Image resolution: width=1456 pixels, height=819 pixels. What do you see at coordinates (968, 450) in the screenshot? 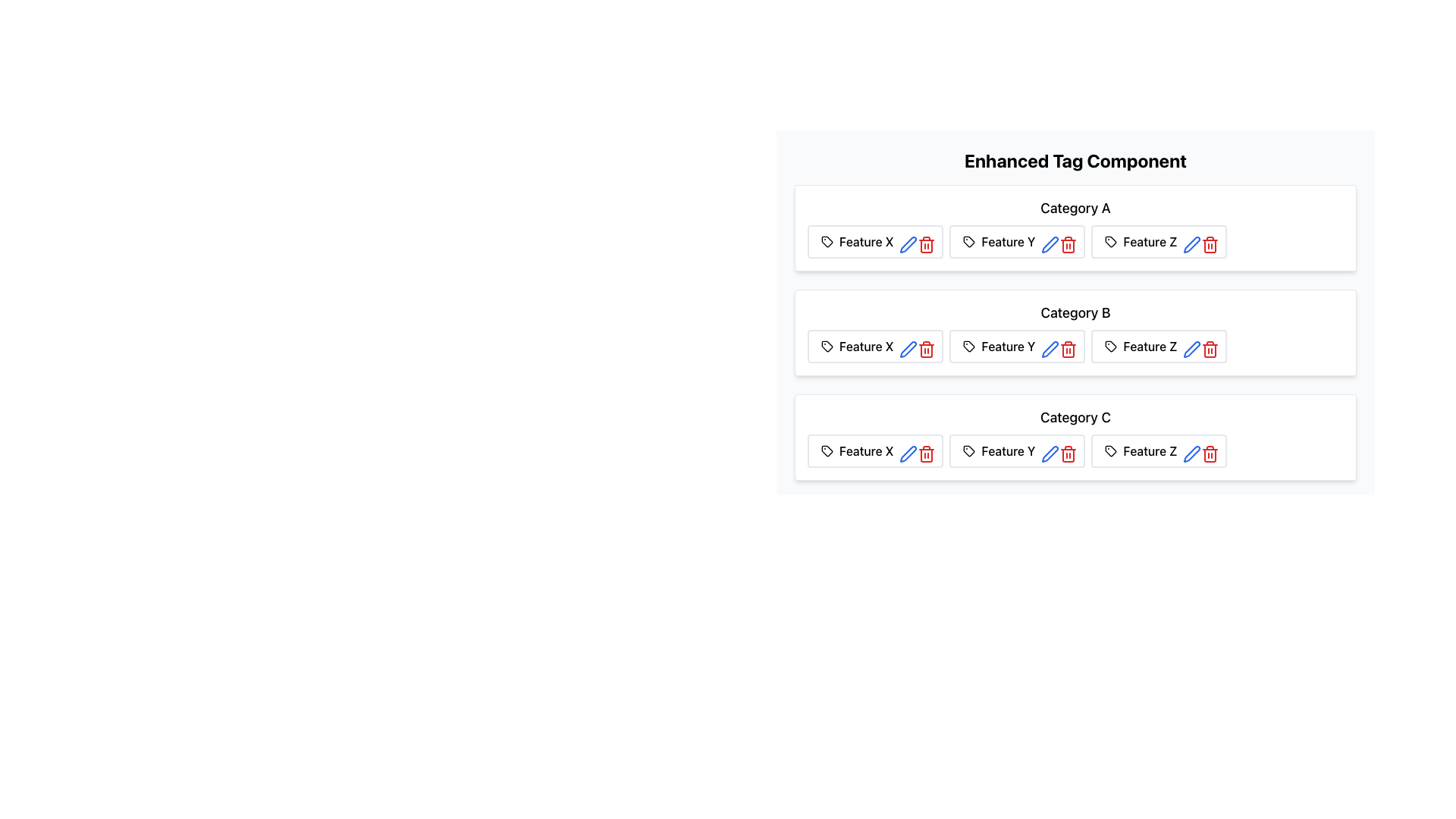
I see `the visual representation of the tag icon located under 'Category C' for the 'Feature Y' feature, which is the leftmost icon in the three-feature layout` at bounding box center [968, 450].